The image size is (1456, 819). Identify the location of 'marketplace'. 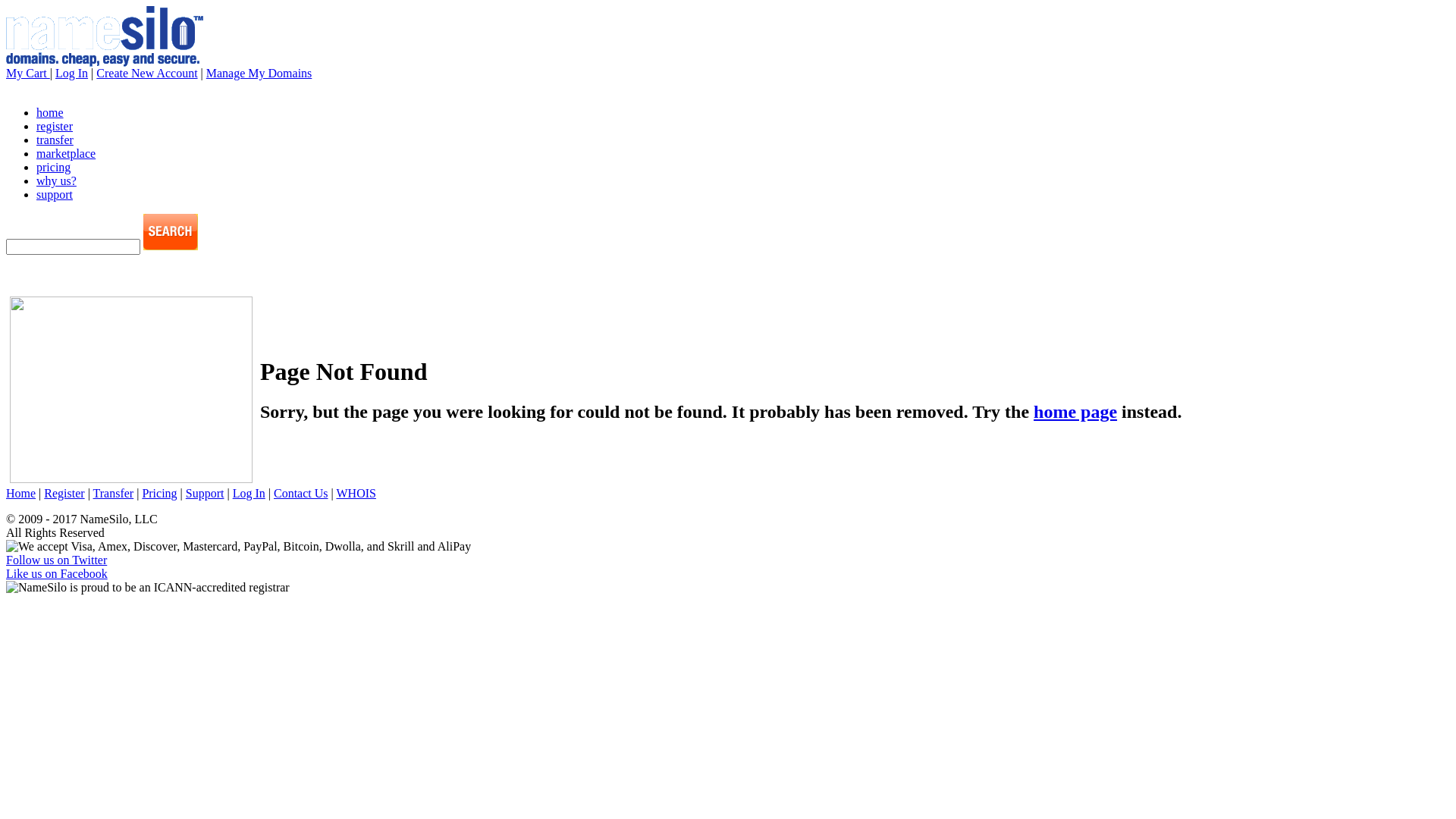
(64, 153).